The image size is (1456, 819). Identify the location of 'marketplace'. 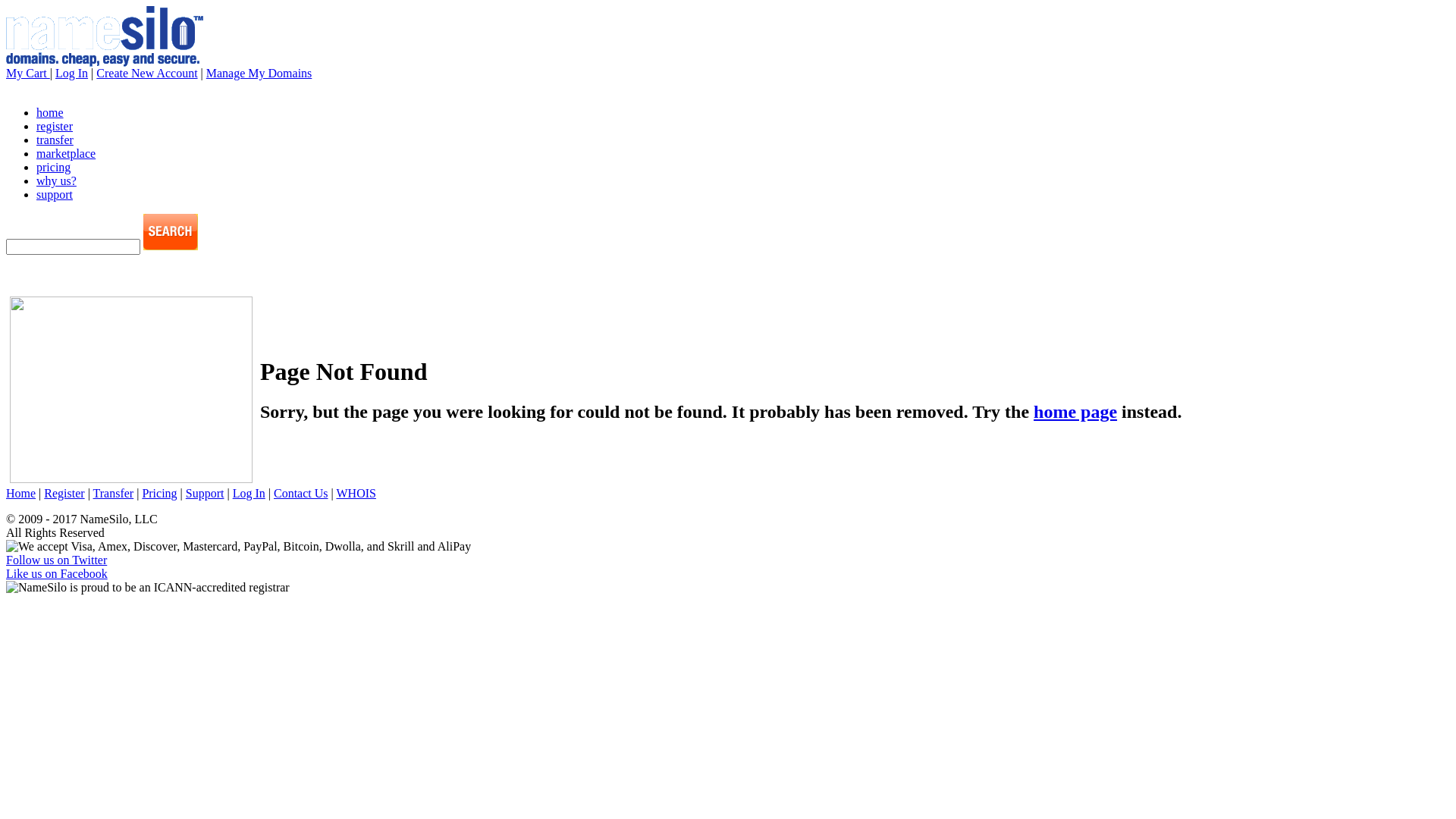
(64, 153).